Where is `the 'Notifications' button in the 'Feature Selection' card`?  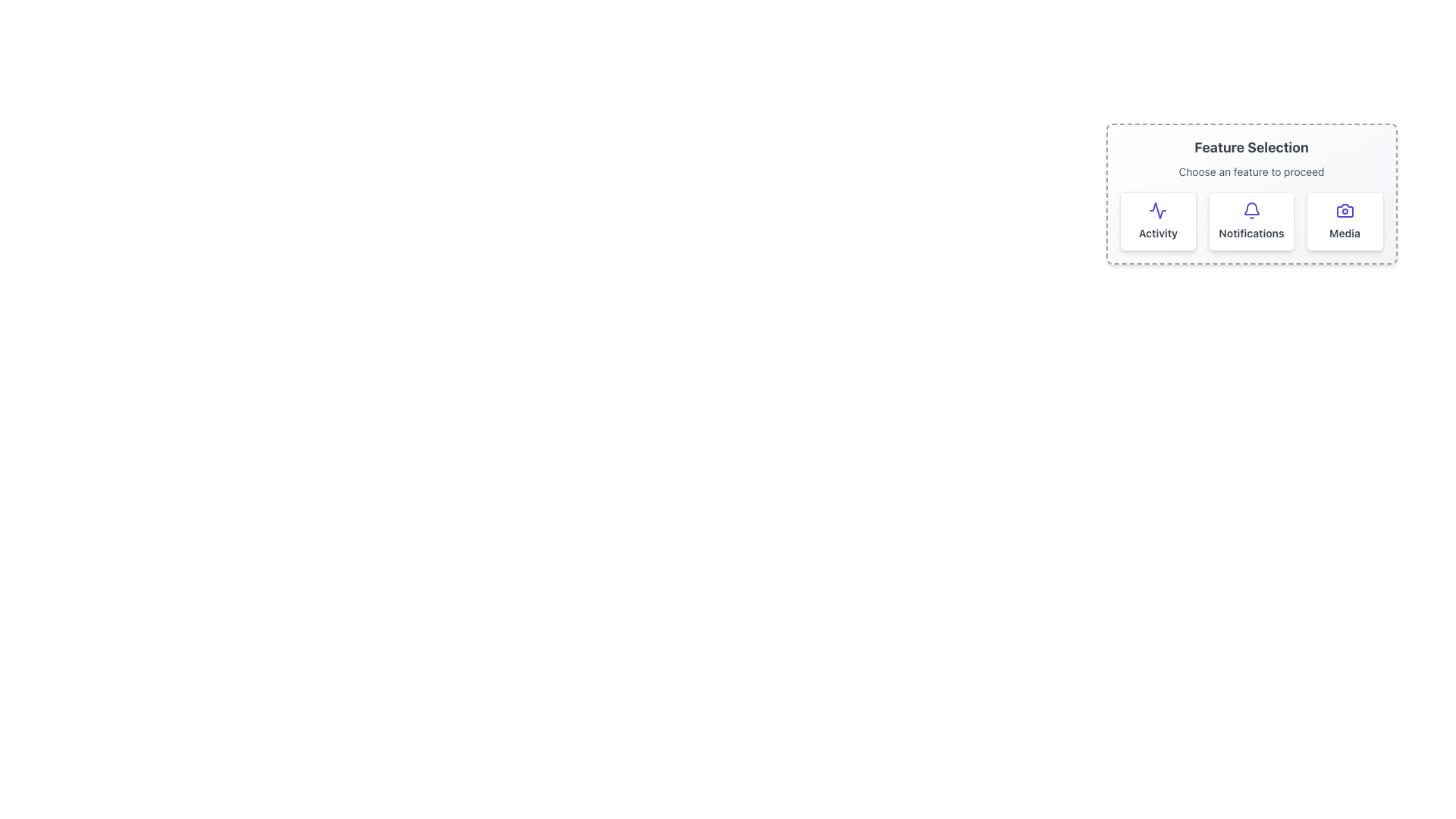 the 'Notifications' button in the 'Feature Selection' card is located at coordinates (1251, 193).